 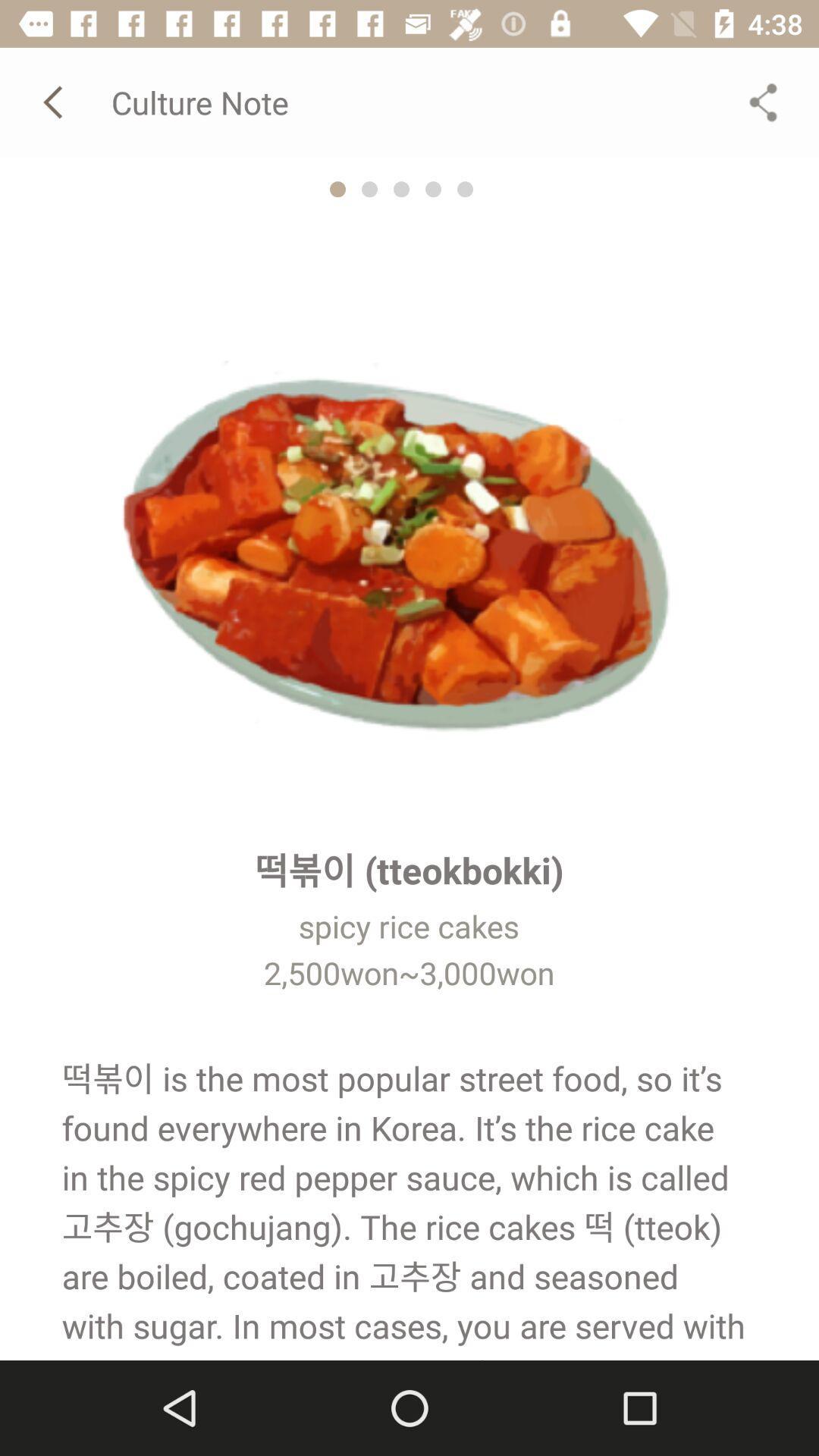 What do you see at coordinates (369, 188) in the screenshot?
I see `the favorite icon` at bounding box center [369, 188].